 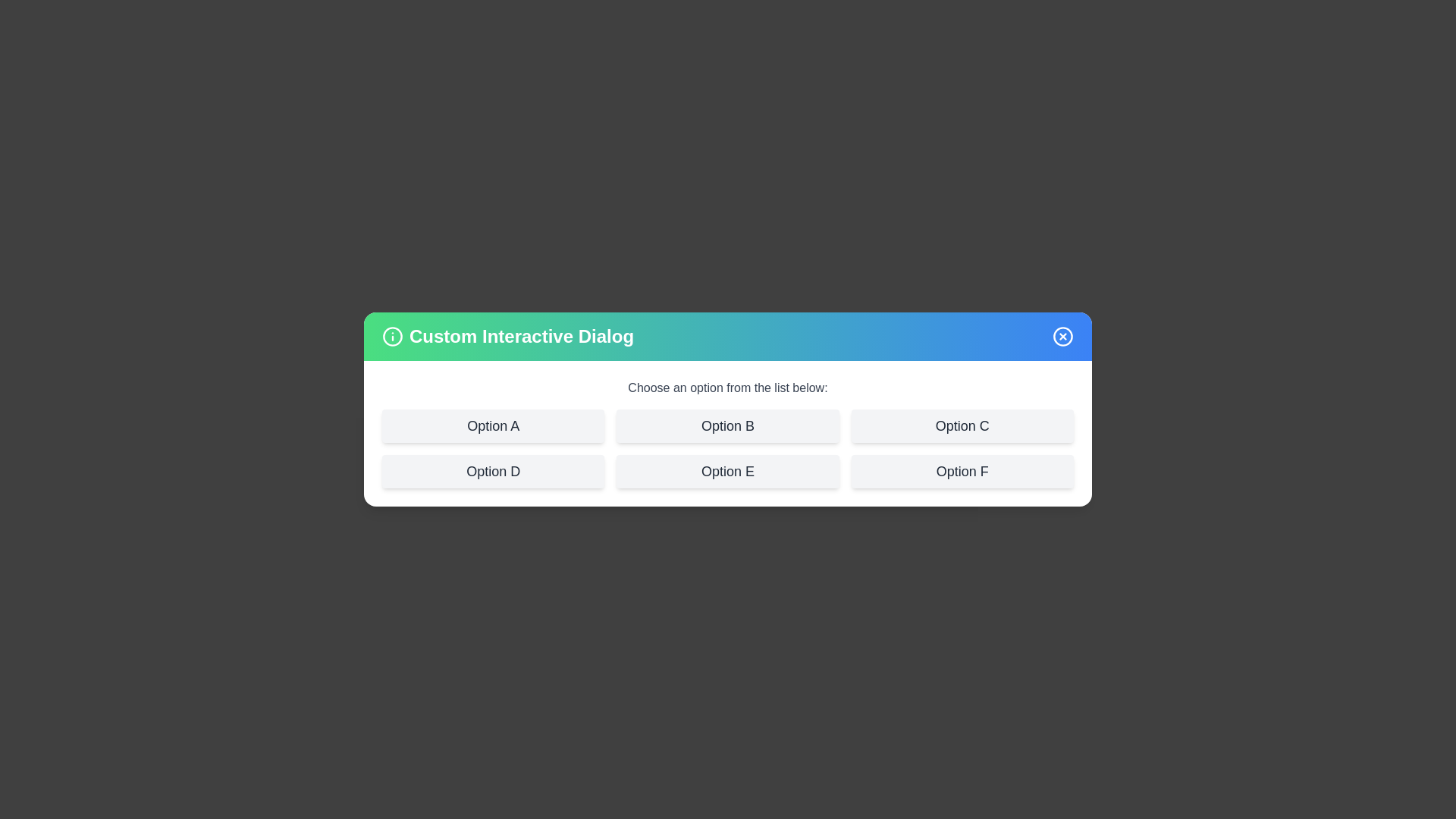 I want to click on close button to dismiss the dialog, so click(x=1062, y=335).